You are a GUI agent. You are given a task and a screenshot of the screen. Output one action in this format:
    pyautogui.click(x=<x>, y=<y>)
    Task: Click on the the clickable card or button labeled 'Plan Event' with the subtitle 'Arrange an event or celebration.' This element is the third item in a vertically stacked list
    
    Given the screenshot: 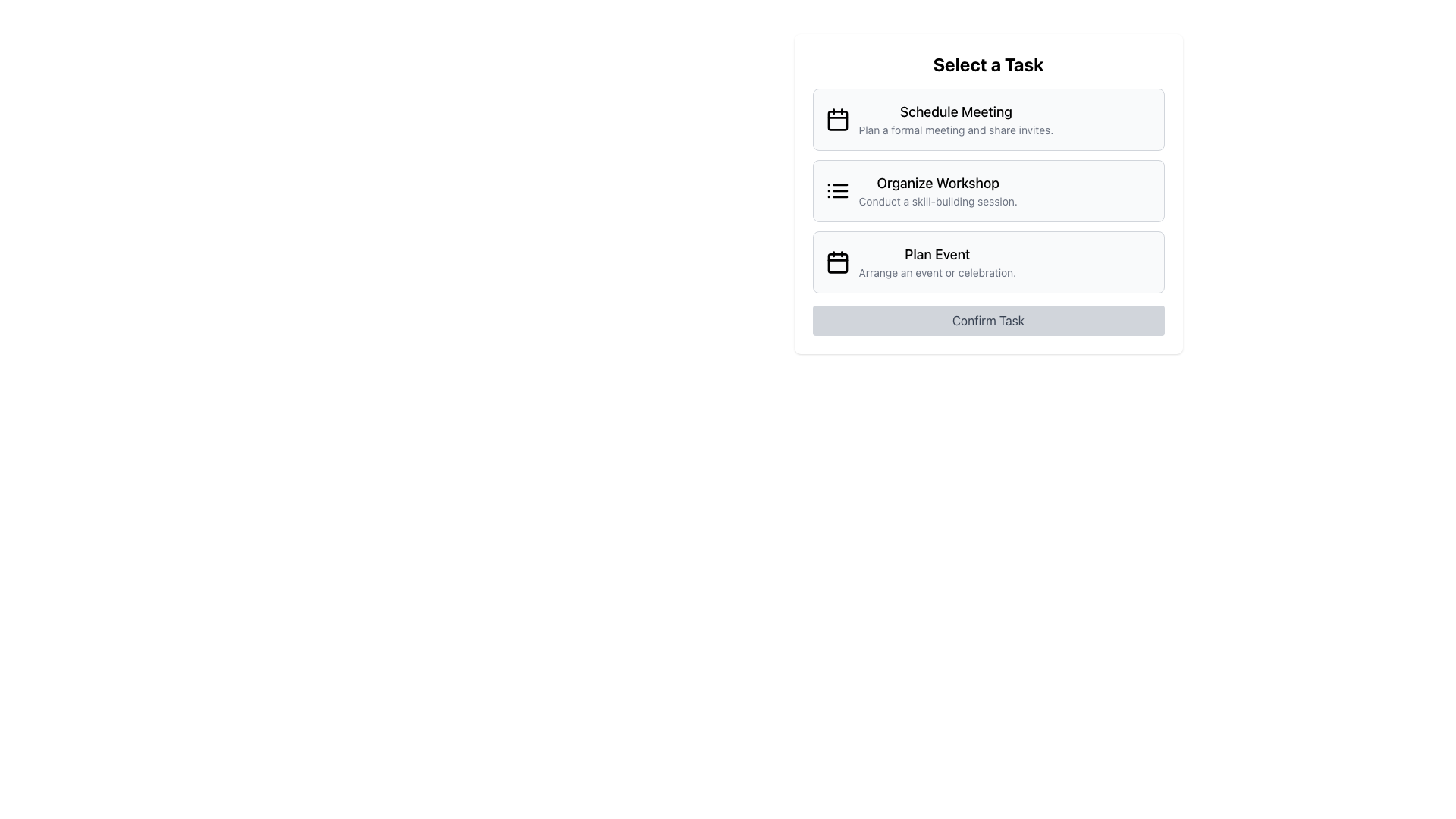 What is the action you would take?
    pyautogui.click(x=937, y=262)
    